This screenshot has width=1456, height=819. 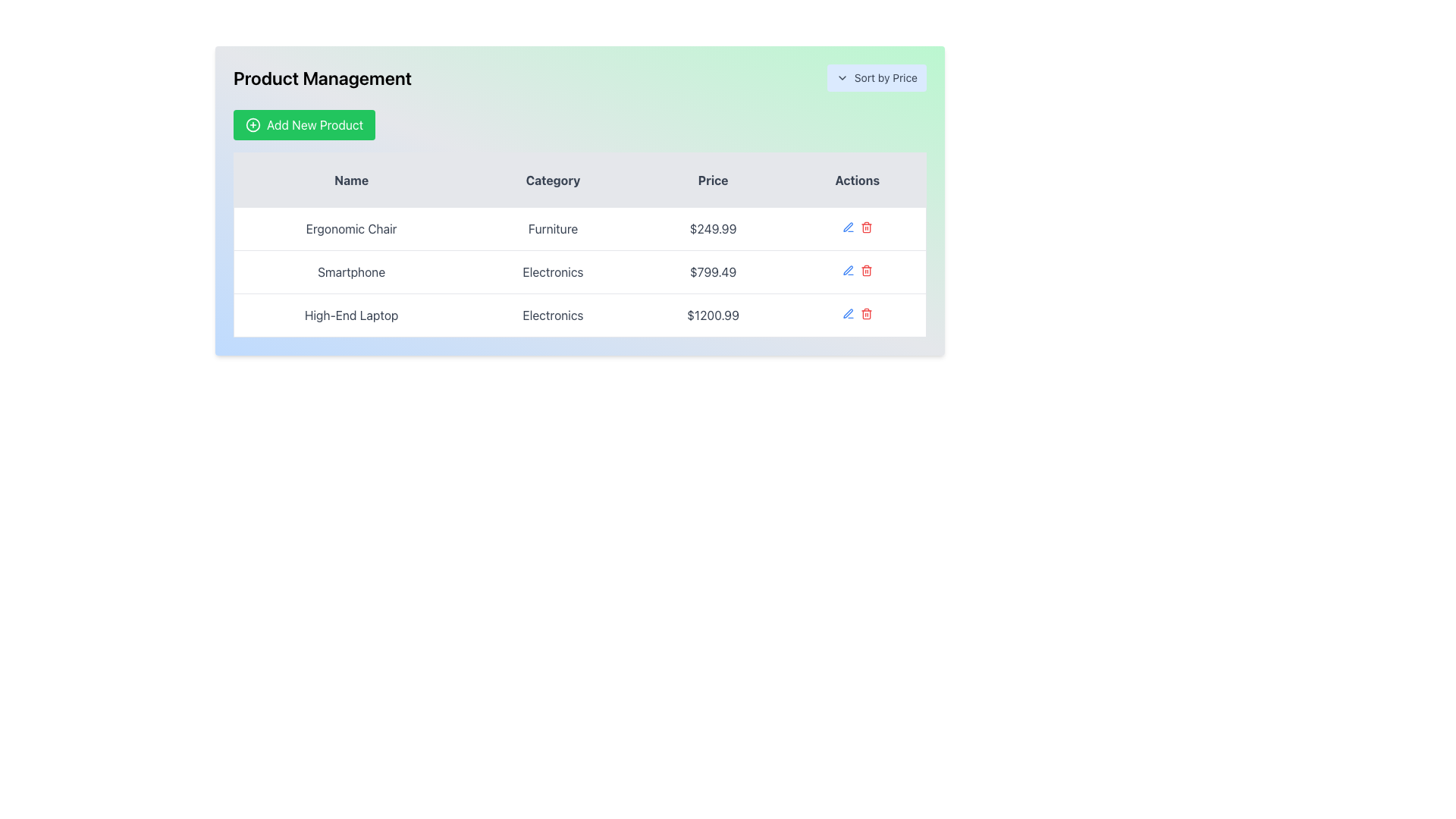 I want to click on the delete button located in the Action column of the last row of the product information table, so click(x=866, y=312).